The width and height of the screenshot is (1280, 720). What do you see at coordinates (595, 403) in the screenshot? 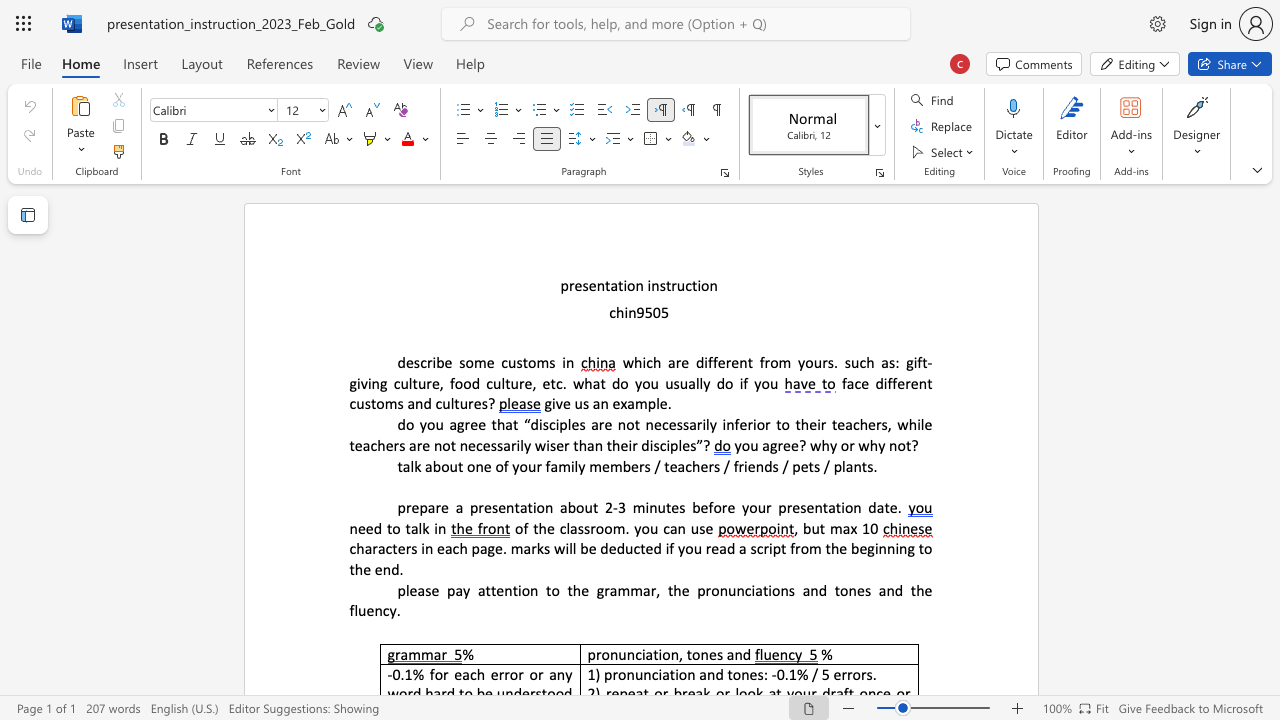
I see `the 1th character "a" in the text` at bounding box center [595, 403].